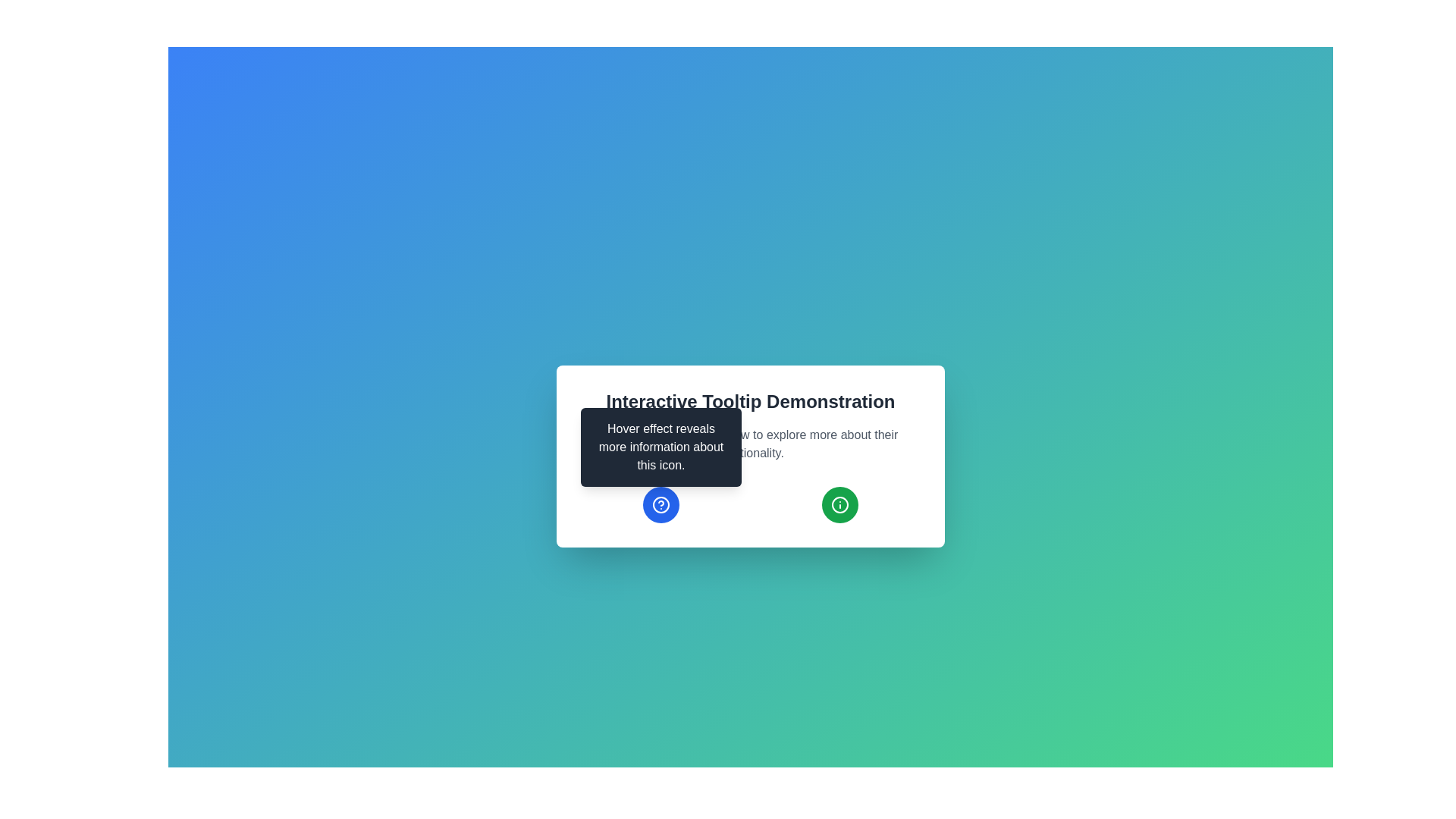  I want to click on the interactive buttons in the grid located below the short description paragraph within the card-like interface, so click(750, 505).